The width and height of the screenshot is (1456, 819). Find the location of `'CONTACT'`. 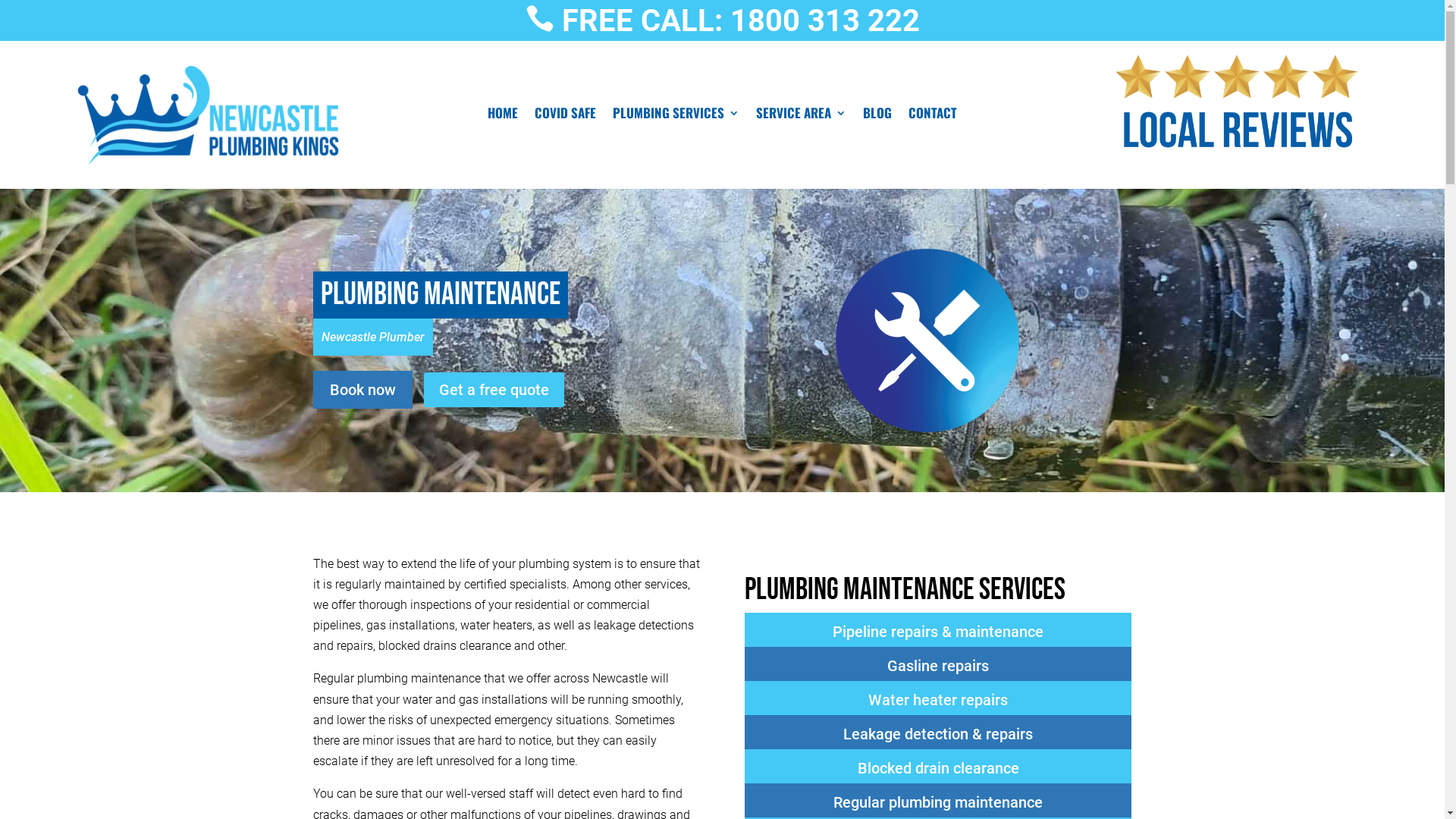

'CONTACT' is located at coordinates (931, 115).